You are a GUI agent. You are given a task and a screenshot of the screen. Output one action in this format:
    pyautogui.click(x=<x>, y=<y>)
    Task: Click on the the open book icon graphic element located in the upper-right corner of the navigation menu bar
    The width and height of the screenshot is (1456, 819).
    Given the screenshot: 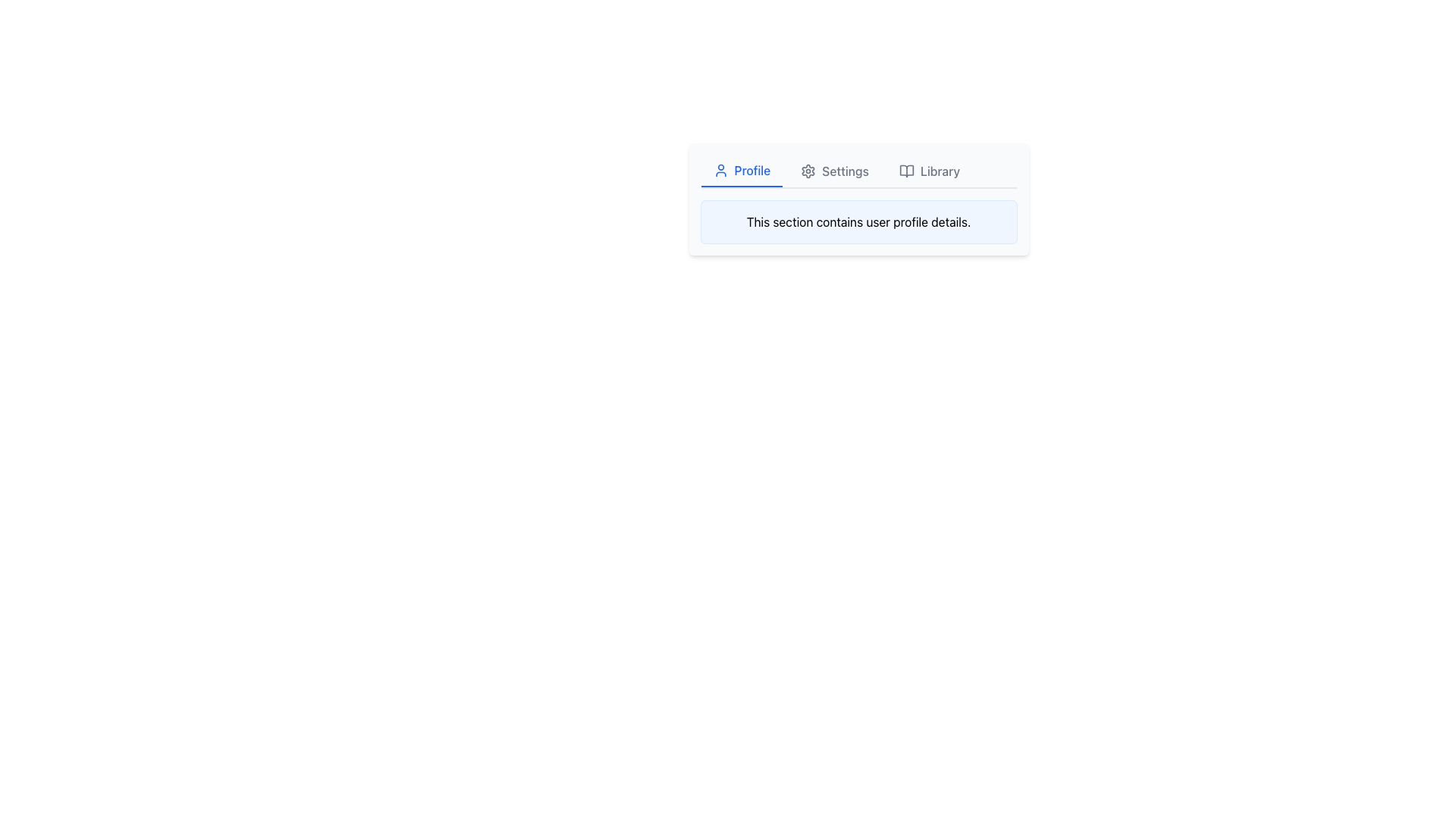 What is the action you would take?
    pyautogui.click(x=906, y=171)
    